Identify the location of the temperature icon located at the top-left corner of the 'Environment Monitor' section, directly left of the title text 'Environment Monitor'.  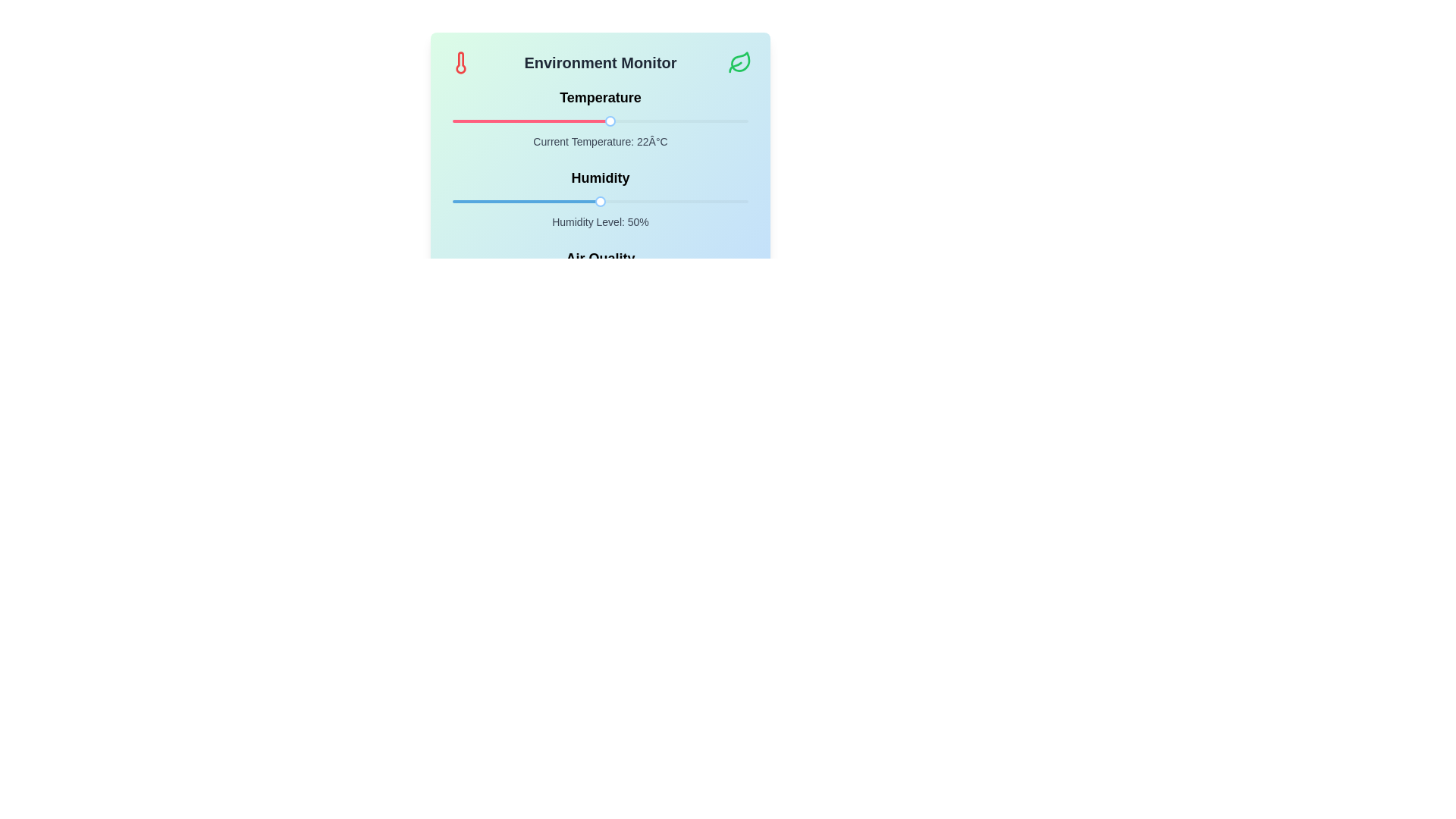
(460, 62).